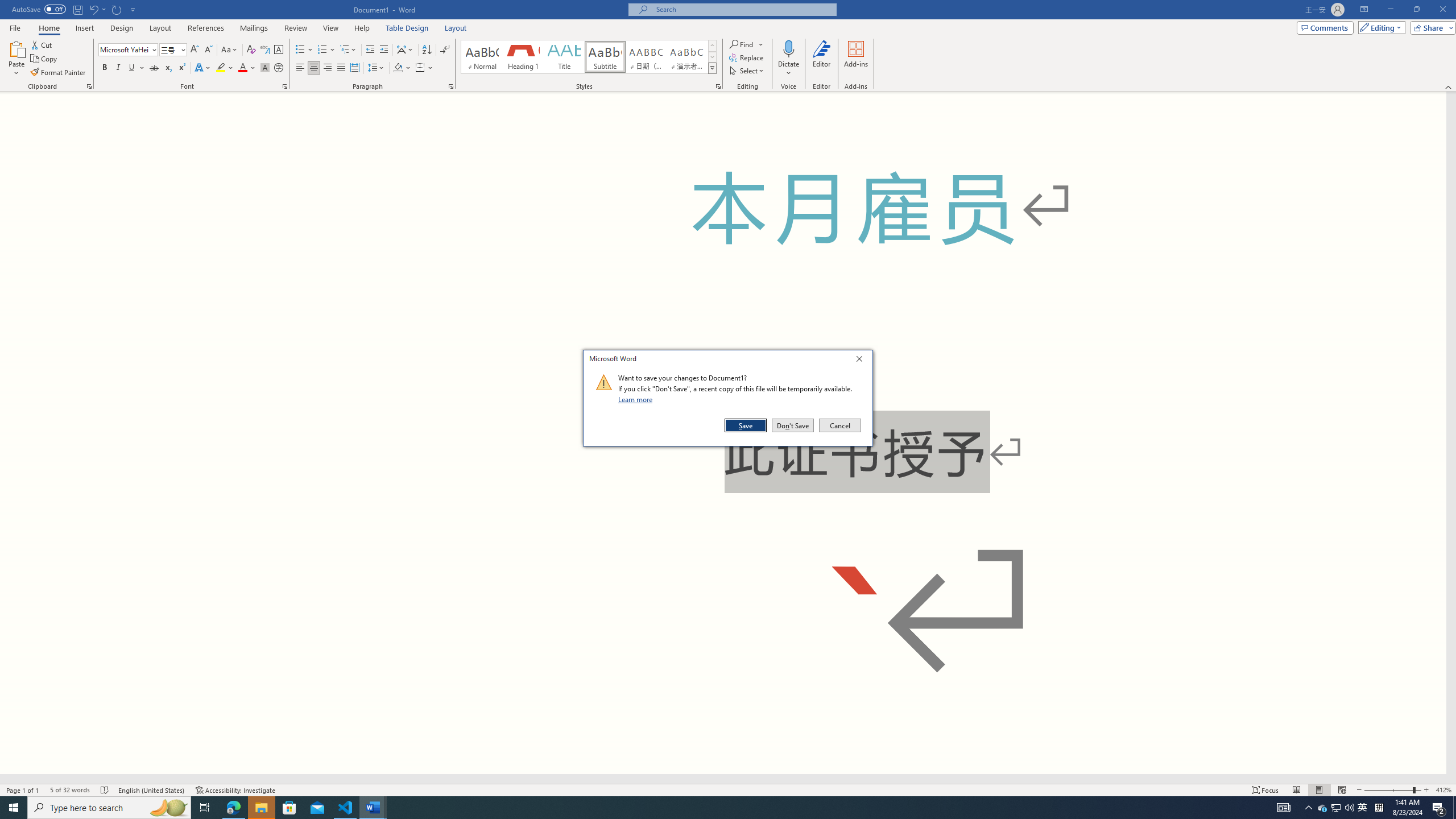  What do you see at coordinates (402, 67) in the screenshot?
I see `'Shading'` at bounding box center [402, 67].